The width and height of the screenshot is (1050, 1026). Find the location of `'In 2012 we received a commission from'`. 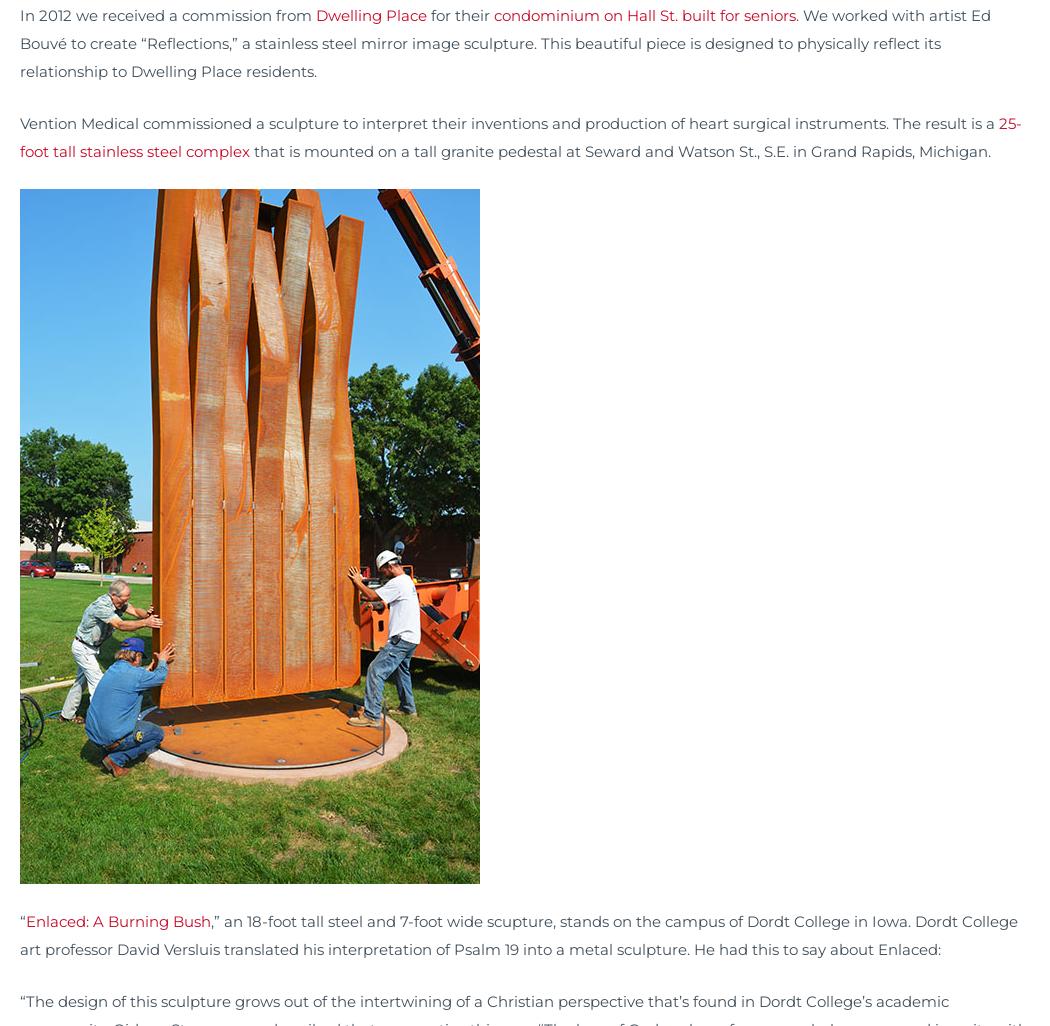

'In 2012 we received a commission from' is located at coordinates (19, 15).